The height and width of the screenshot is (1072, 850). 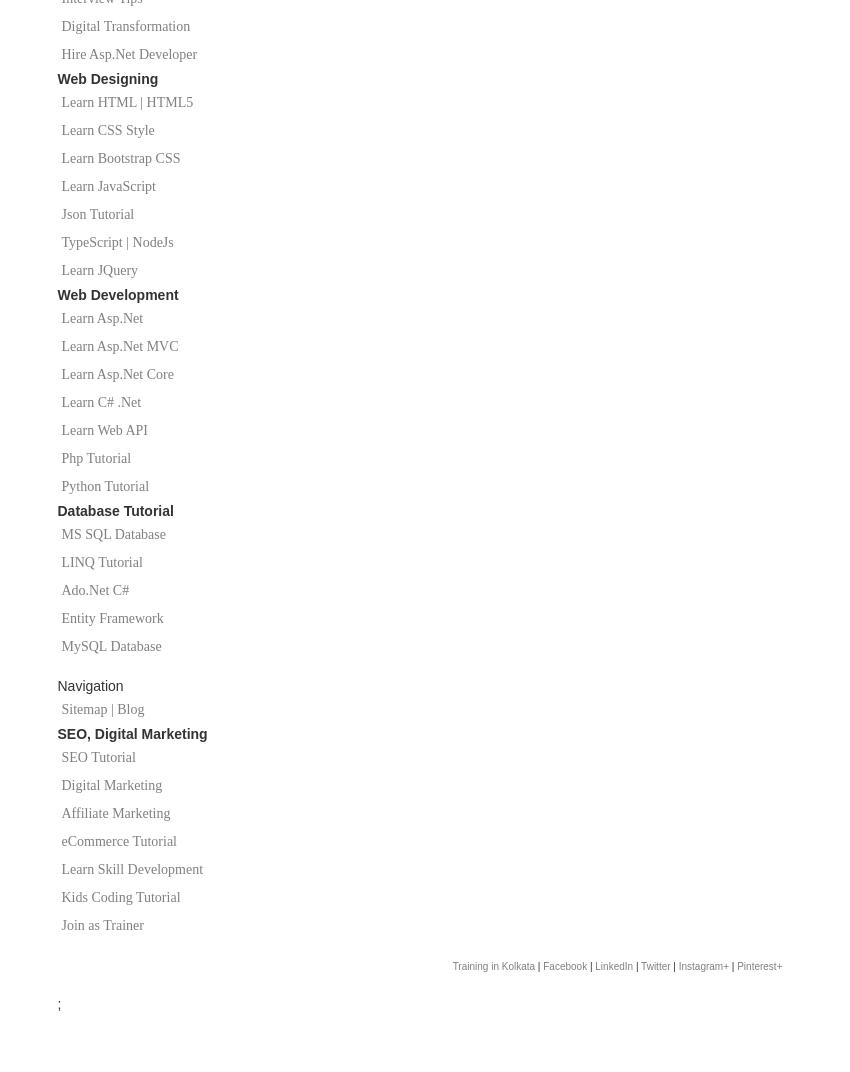 I want to click on 'eCommerce Tutorial', so click(x=118, y=840).